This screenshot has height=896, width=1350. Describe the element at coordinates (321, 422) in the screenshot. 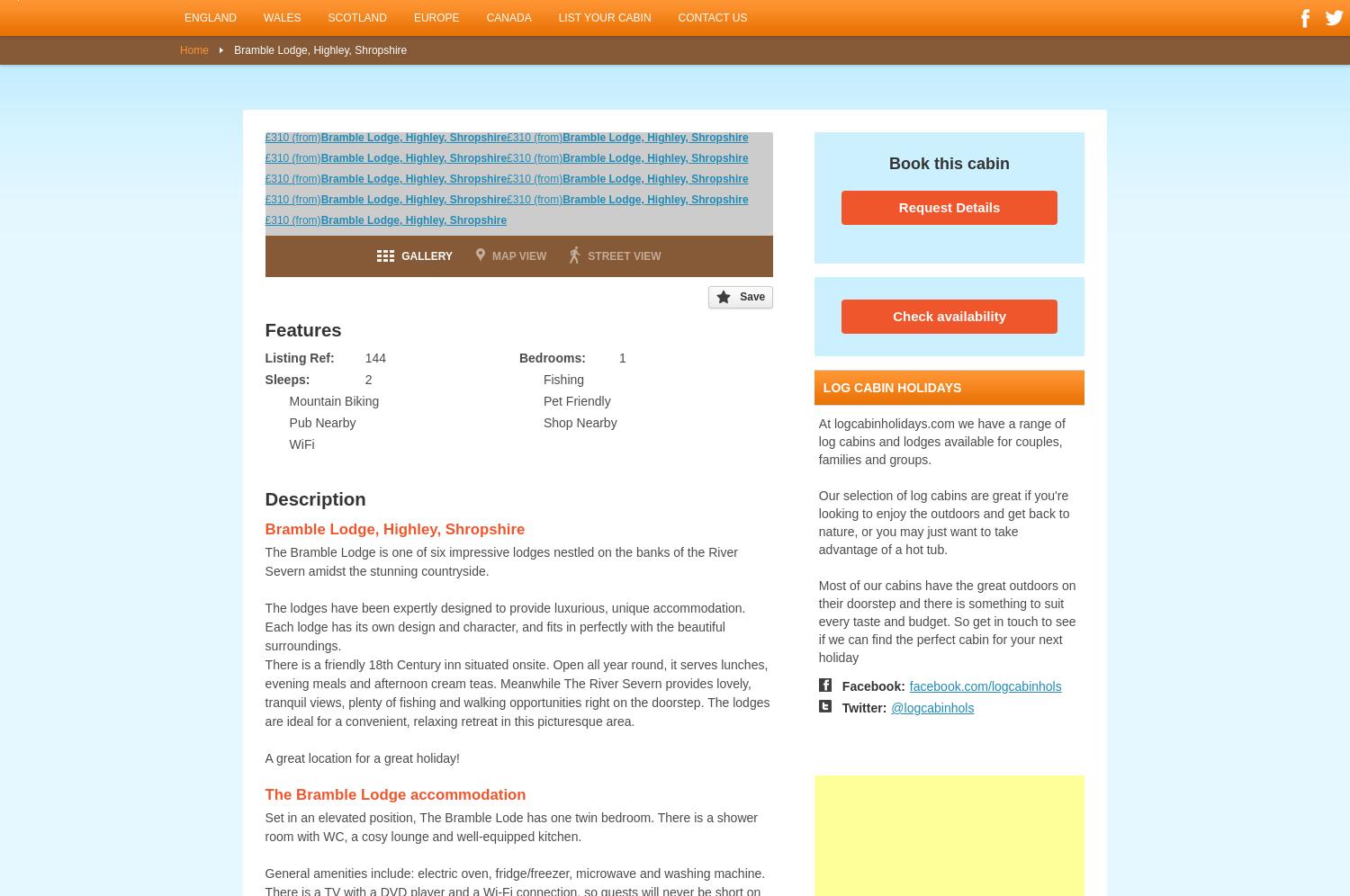

I see `'Pub Nearby'` at that location.